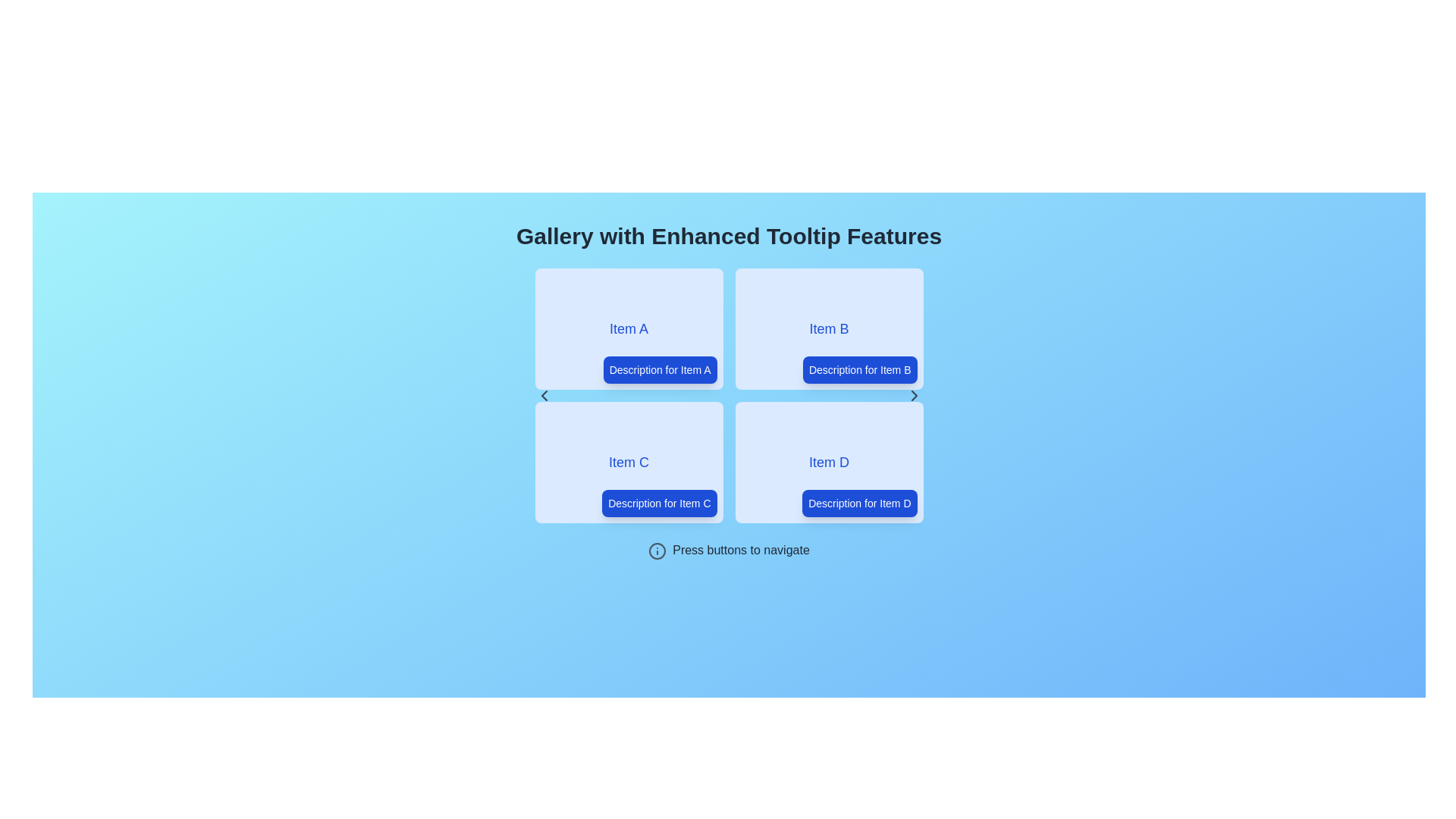 This screenshot has height=819, width=1456. What do you see at coordinates (828, 461) in the screenshot?
I see `the informational card displaying 'Item D' located at the bottom right of the grid to focus or select it` at bounding box center [828, 461].